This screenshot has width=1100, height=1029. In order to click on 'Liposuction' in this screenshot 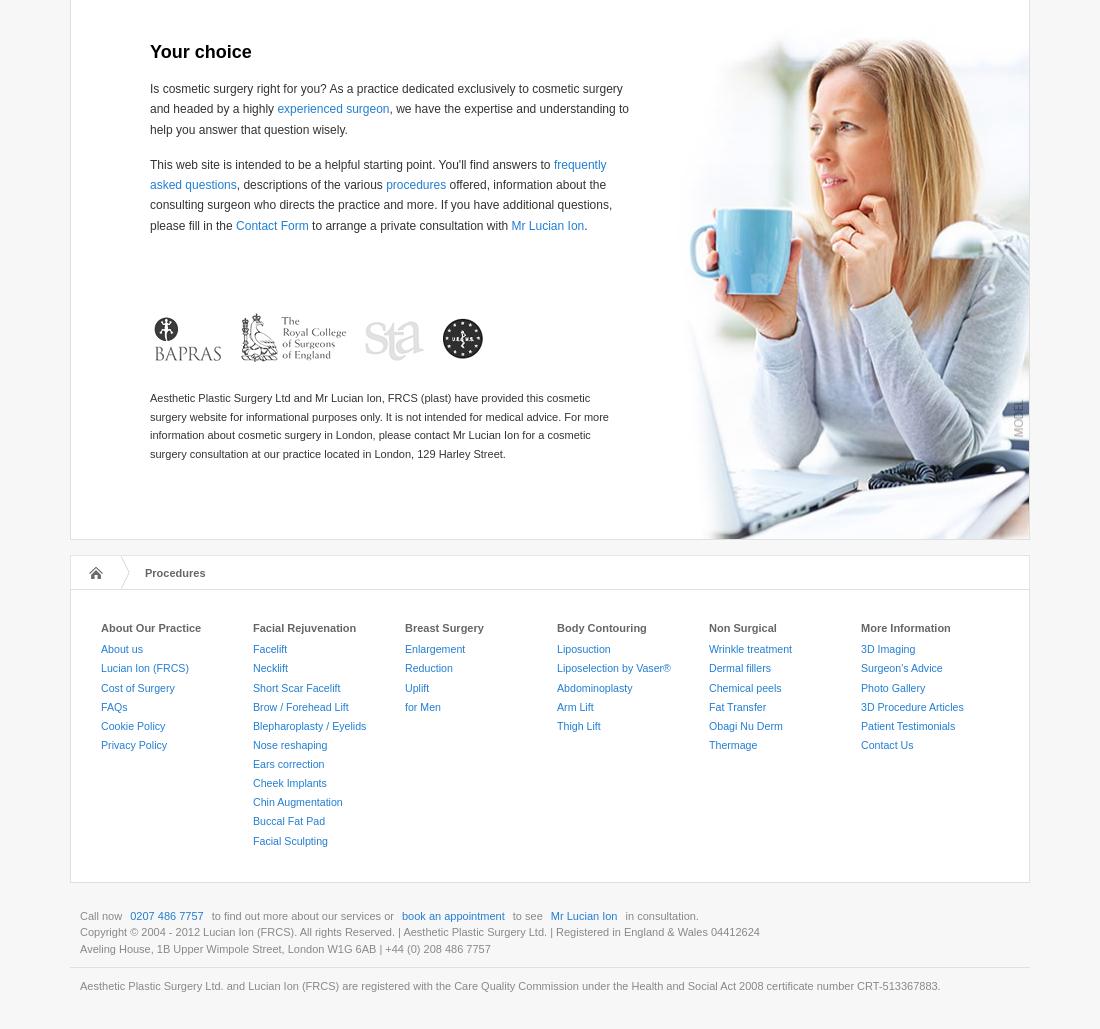, I will do `click(582, 648)`.